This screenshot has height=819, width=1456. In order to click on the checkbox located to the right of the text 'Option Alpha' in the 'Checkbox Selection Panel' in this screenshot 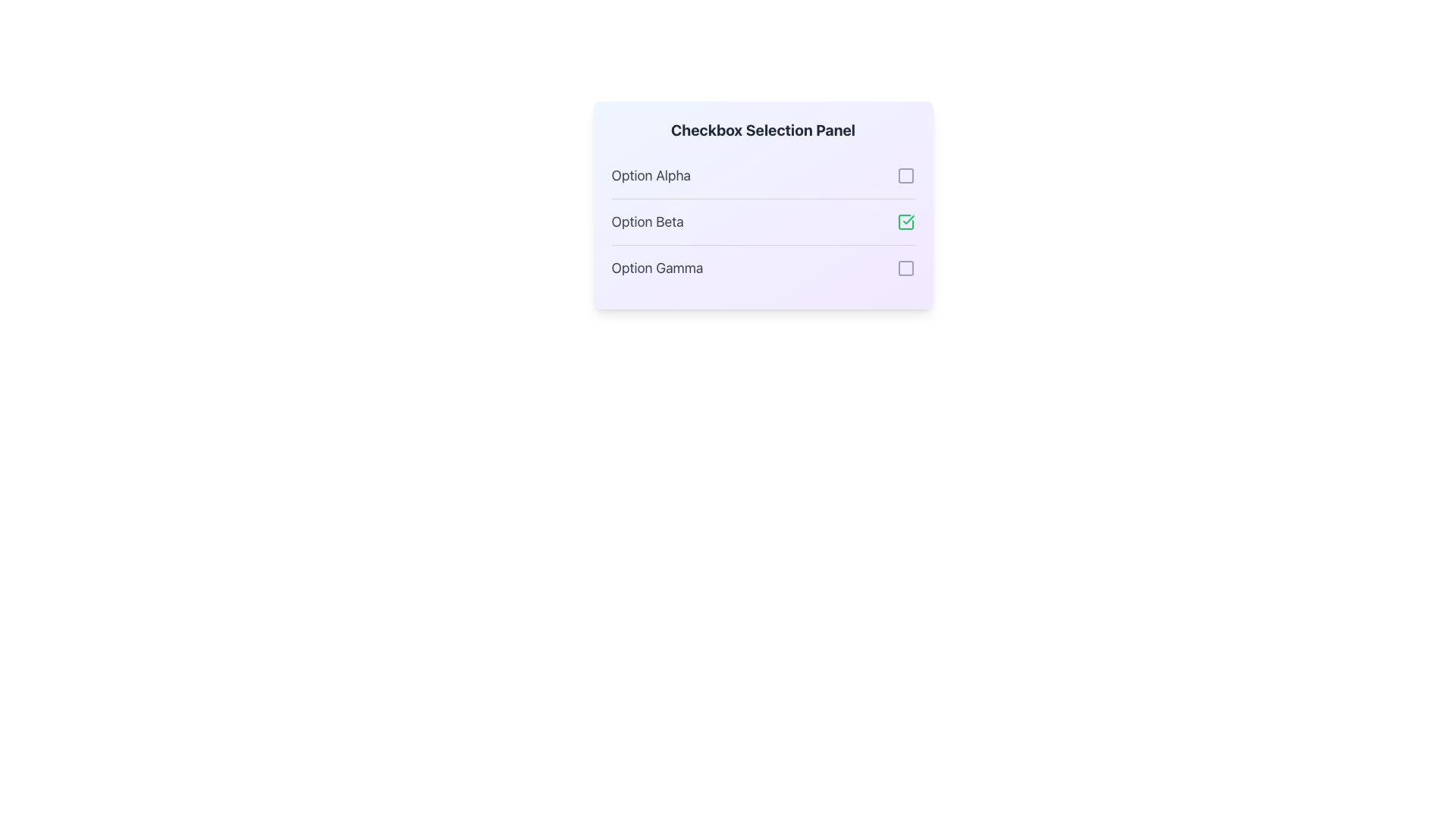, I will do `click(905, 174)`.